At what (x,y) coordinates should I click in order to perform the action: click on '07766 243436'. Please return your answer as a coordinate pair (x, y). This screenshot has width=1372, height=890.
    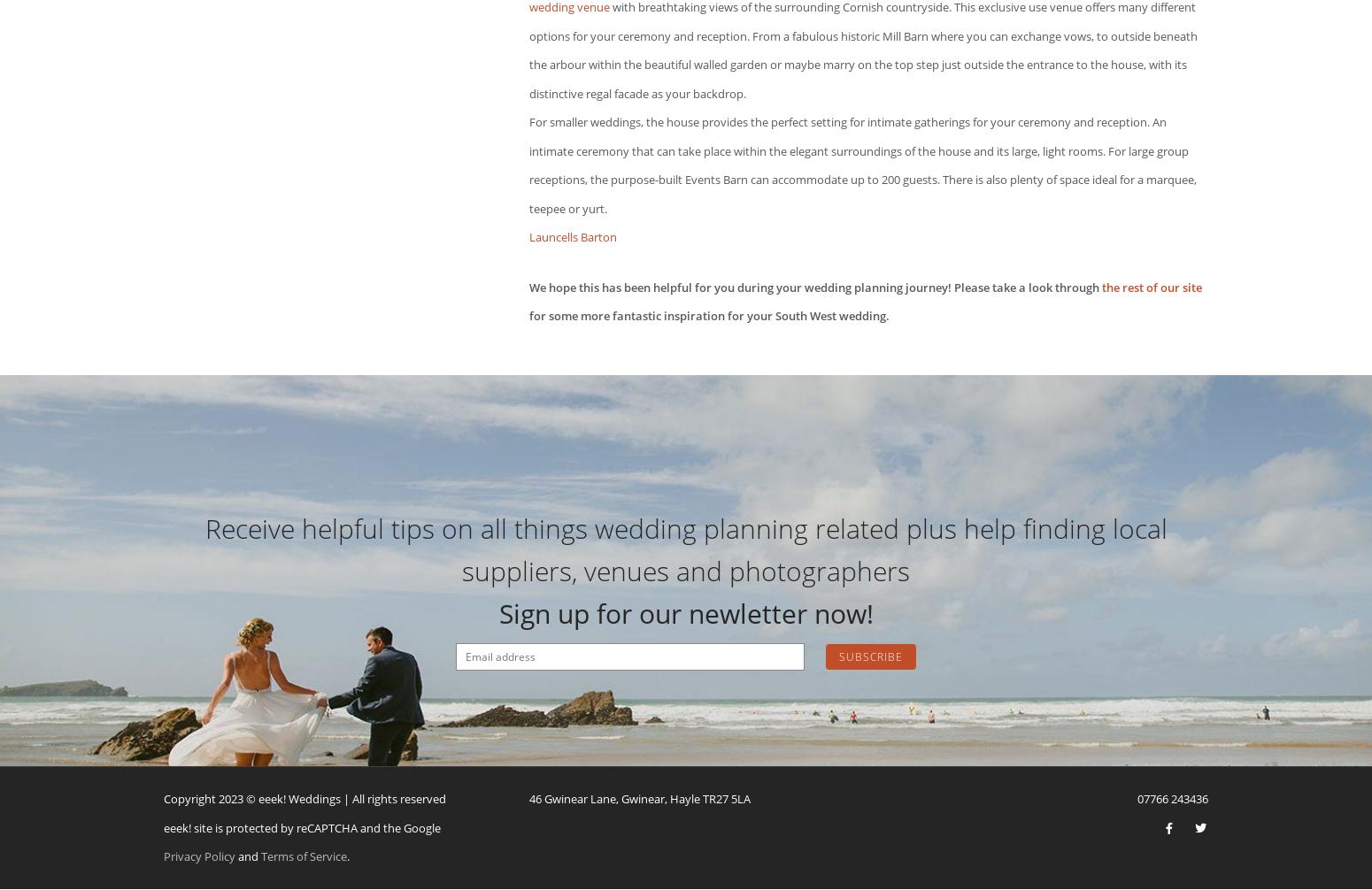
    Looking at the image, I should click on (1136, 797).